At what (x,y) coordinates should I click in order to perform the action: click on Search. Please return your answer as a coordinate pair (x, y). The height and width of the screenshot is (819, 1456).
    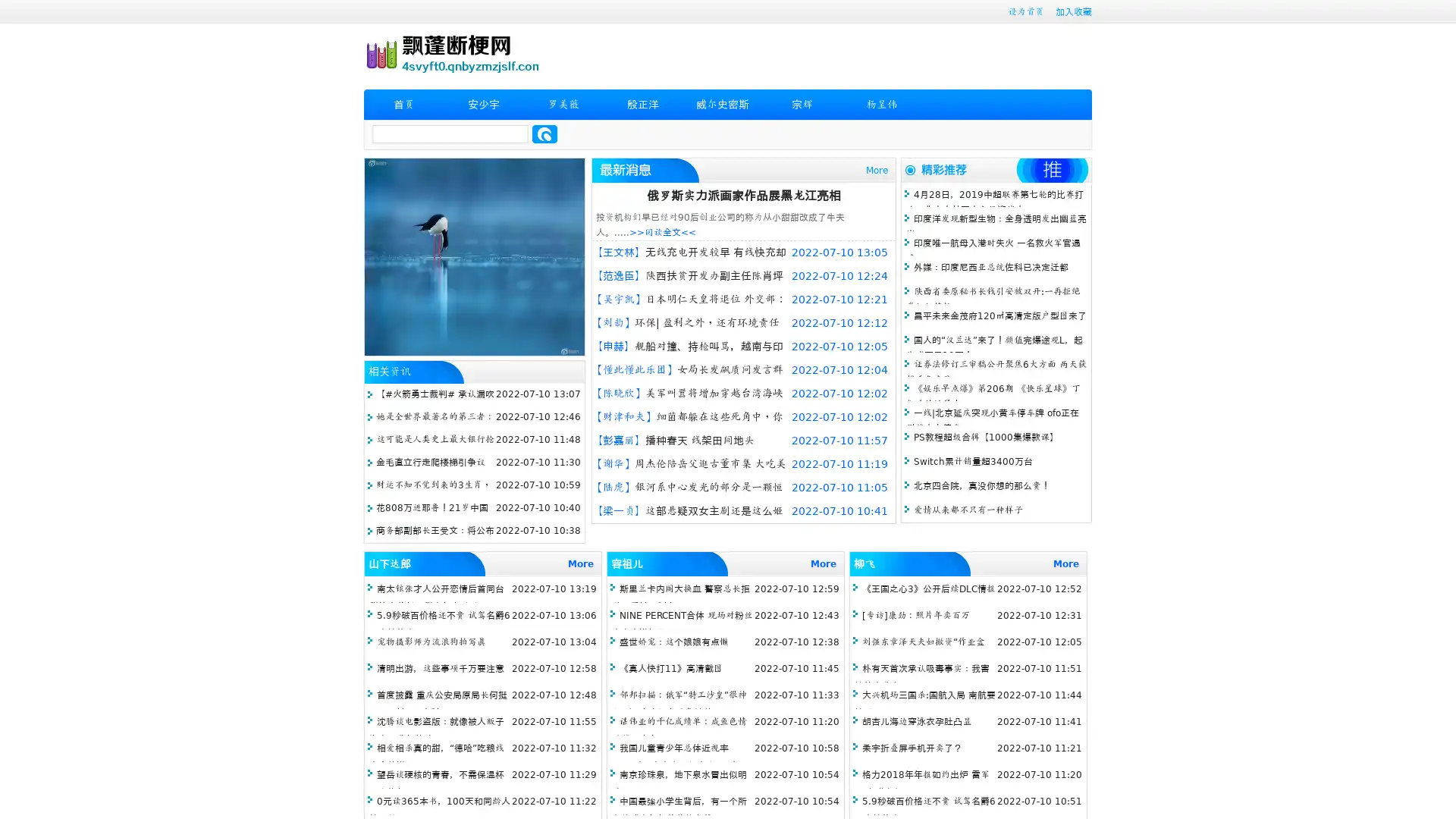
    Looking at the image, I should click on (544, 133).